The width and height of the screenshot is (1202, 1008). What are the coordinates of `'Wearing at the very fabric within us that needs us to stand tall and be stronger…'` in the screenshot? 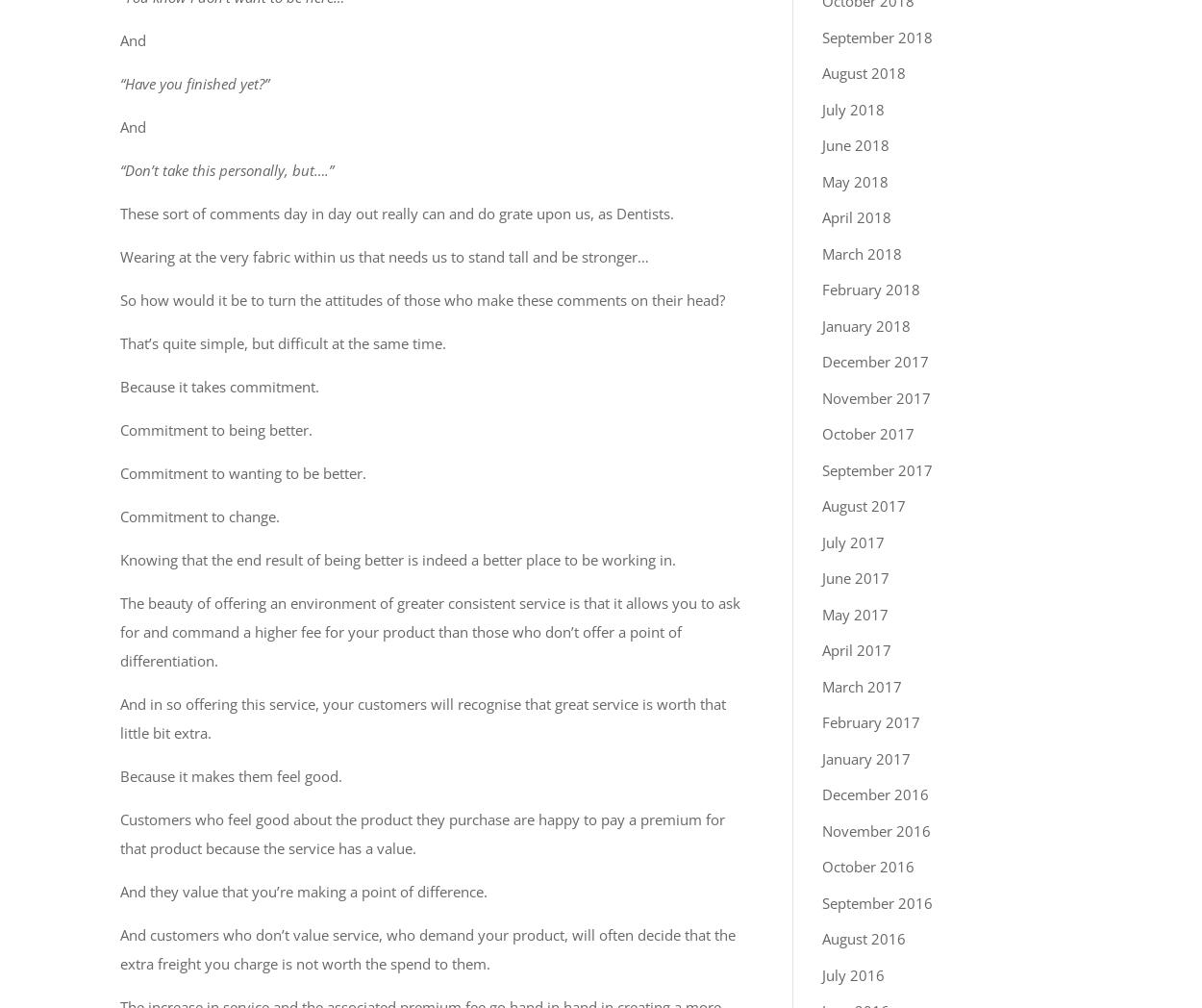 It's located at (120, 254).